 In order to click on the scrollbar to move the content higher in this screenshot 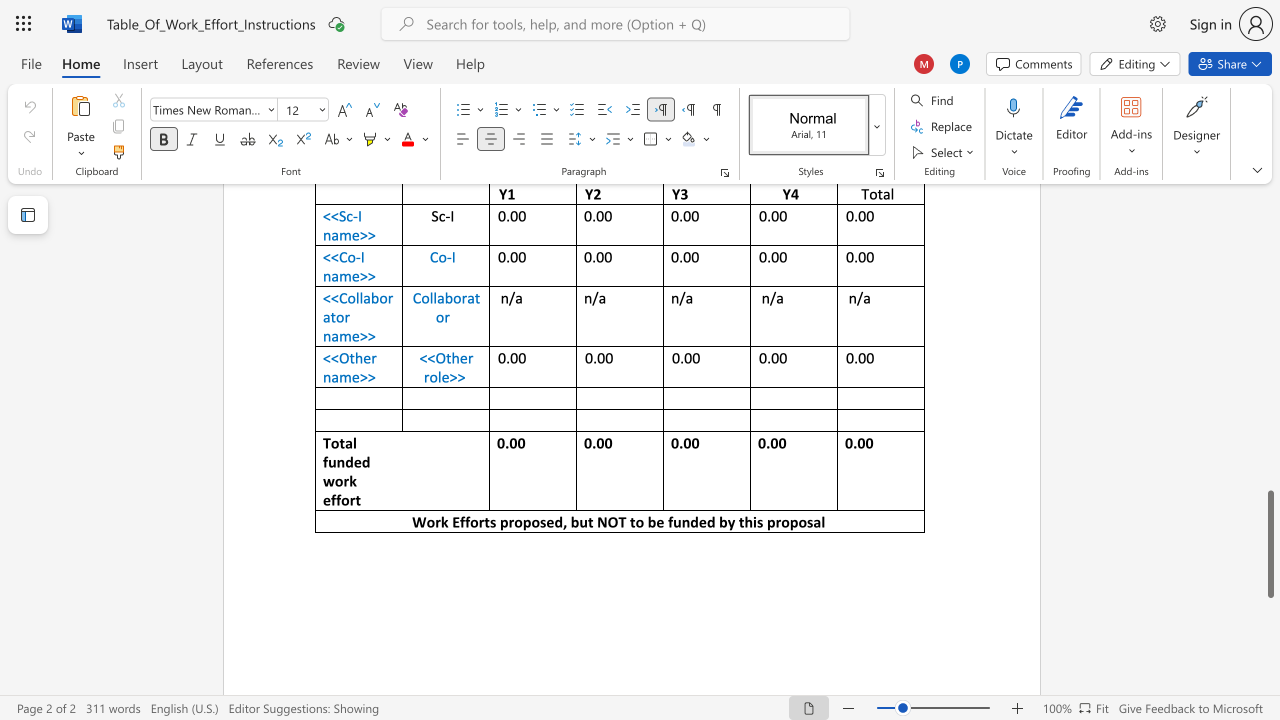, I will do `click(1269, 390)`.